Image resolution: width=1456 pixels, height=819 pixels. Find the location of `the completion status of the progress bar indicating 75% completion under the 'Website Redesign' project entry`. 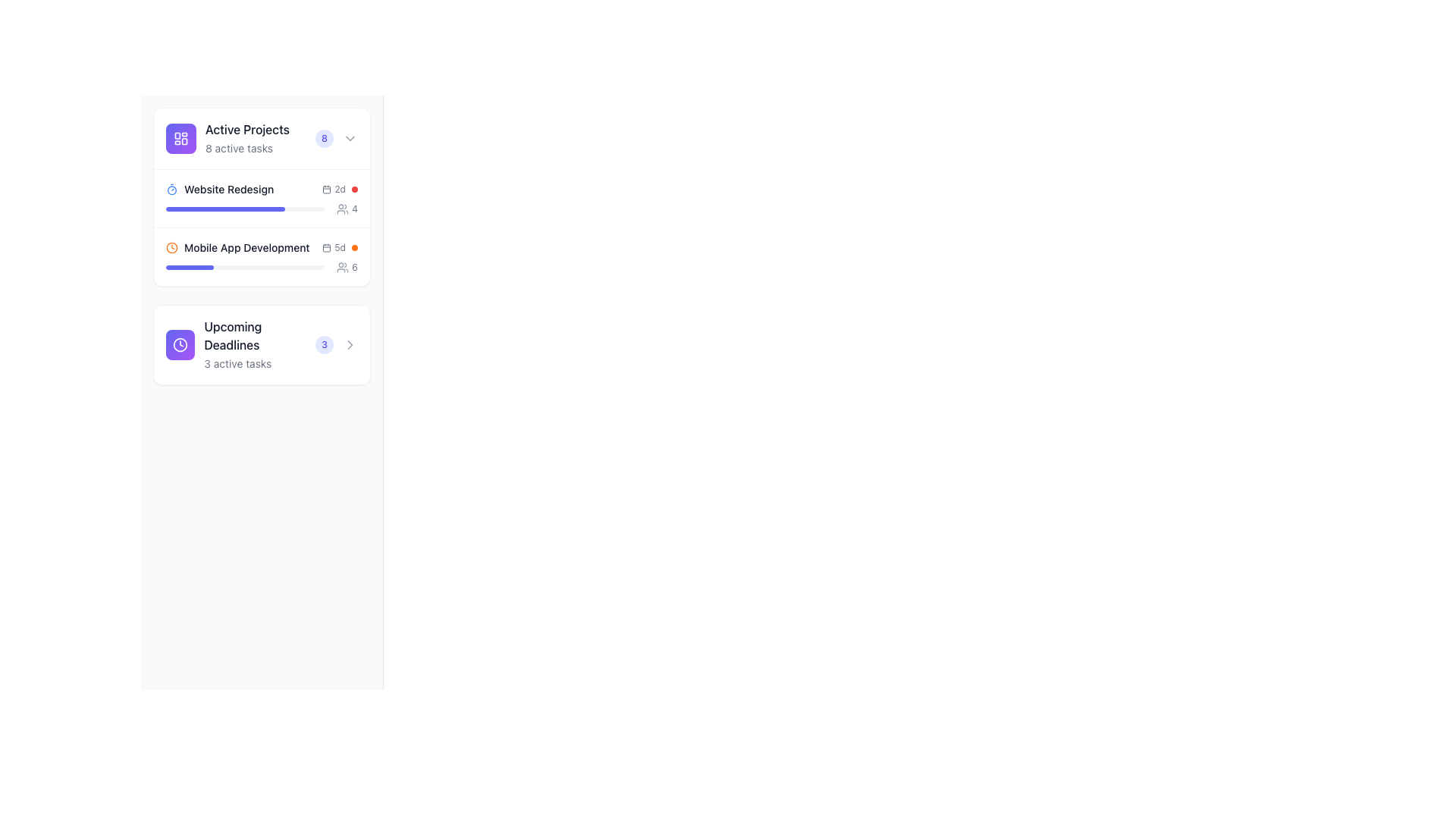

the completion status of the progress bar indicating 75% completion under the 'Website Redesign' project entry is located at coordinates (262, 209).